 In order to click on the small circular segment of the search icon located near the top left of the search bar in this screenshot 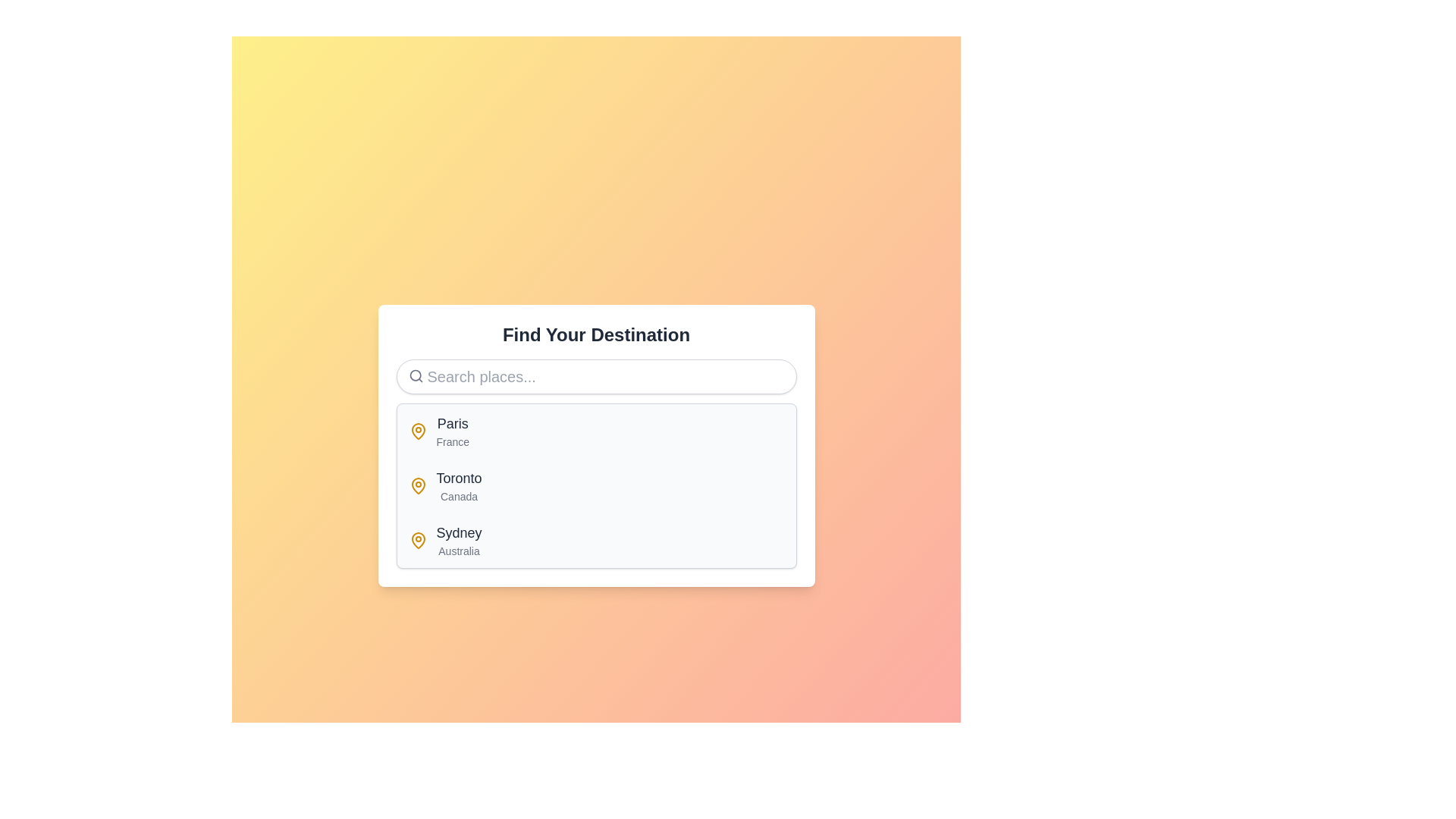, I will do `click(415, 375)`.